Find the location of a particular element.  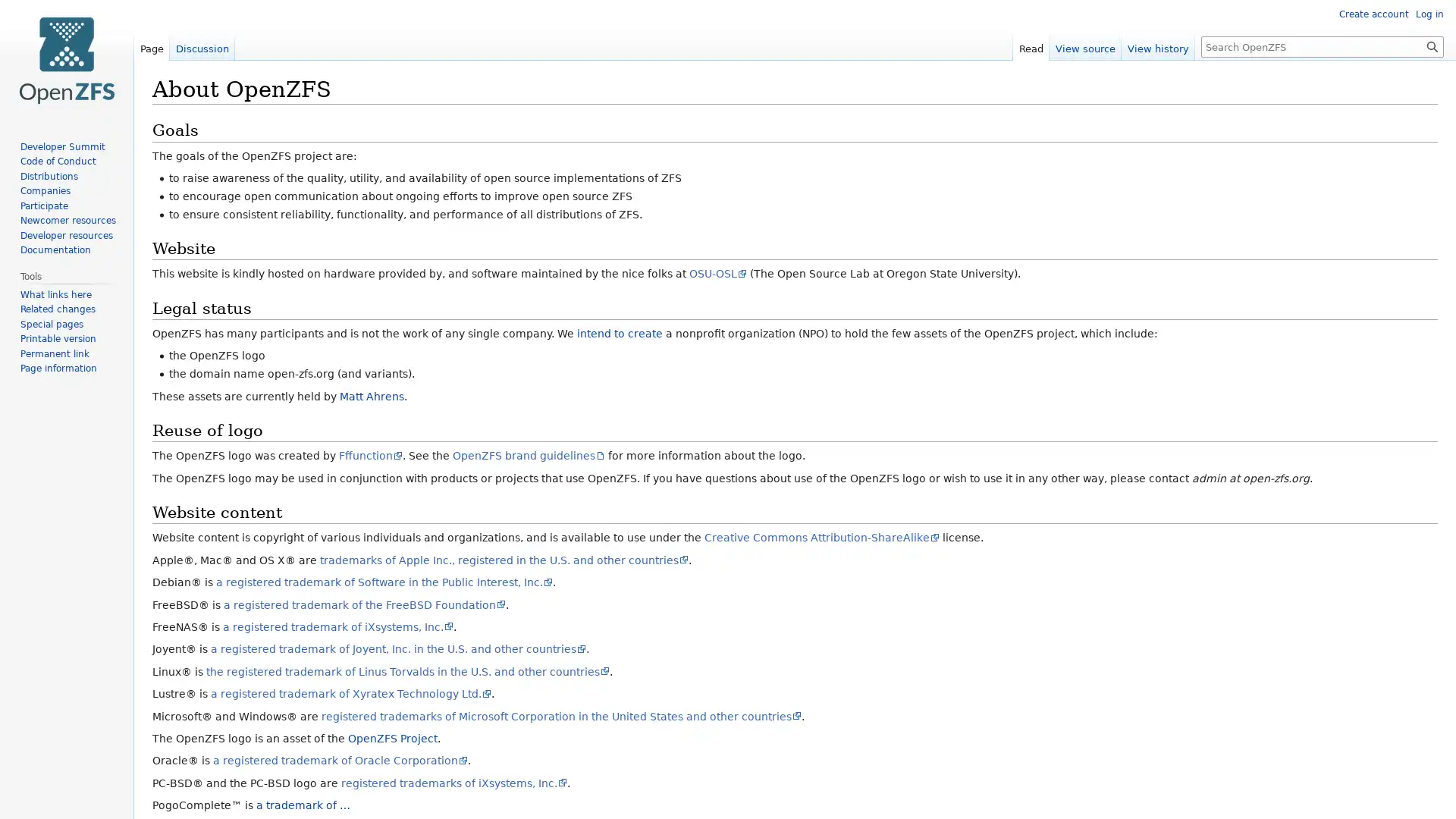

Search is located at coordinates (1432, 45).